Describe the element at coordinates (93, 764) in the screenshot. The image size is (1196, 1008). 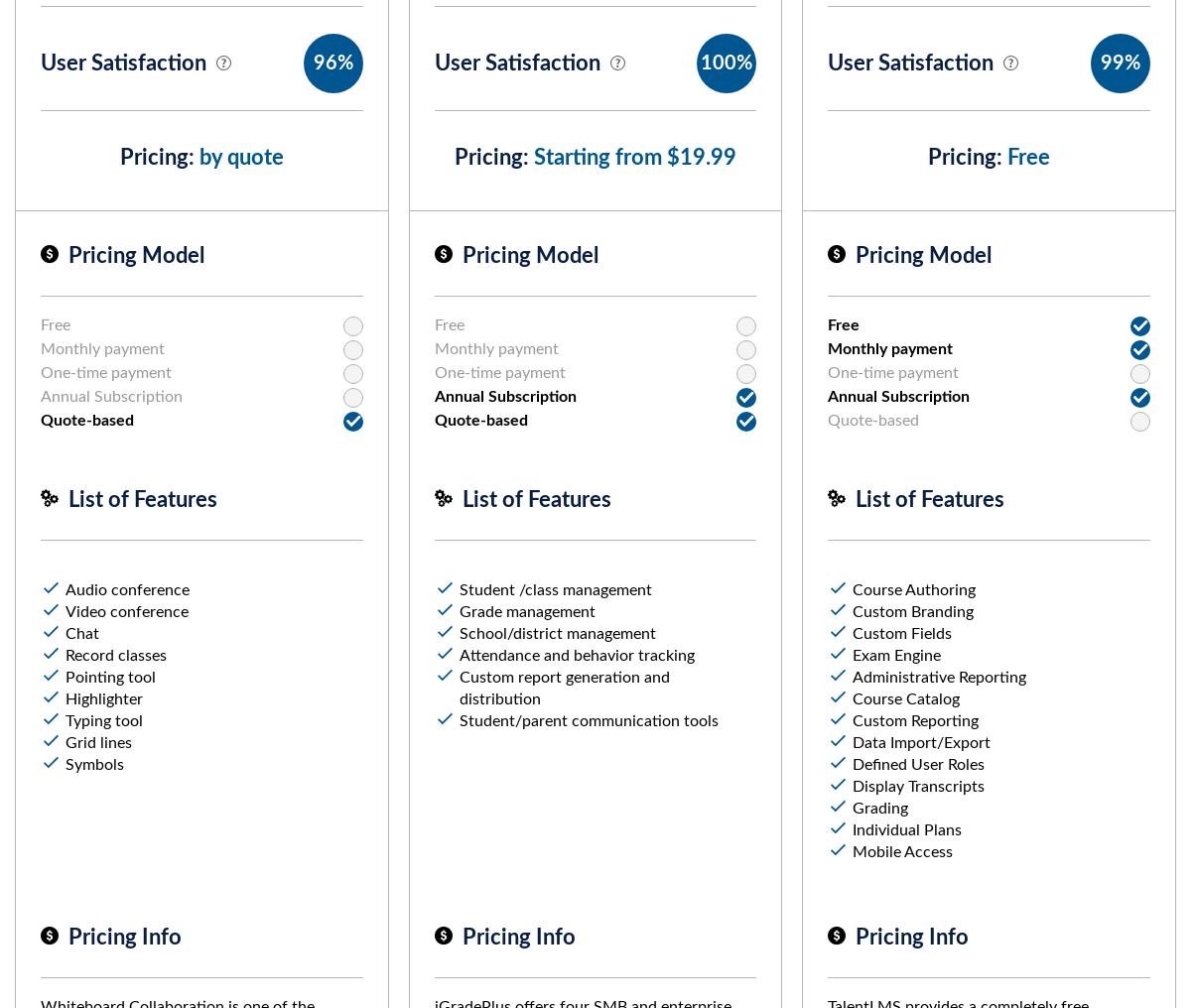
I see `'Symbols'` at that location.